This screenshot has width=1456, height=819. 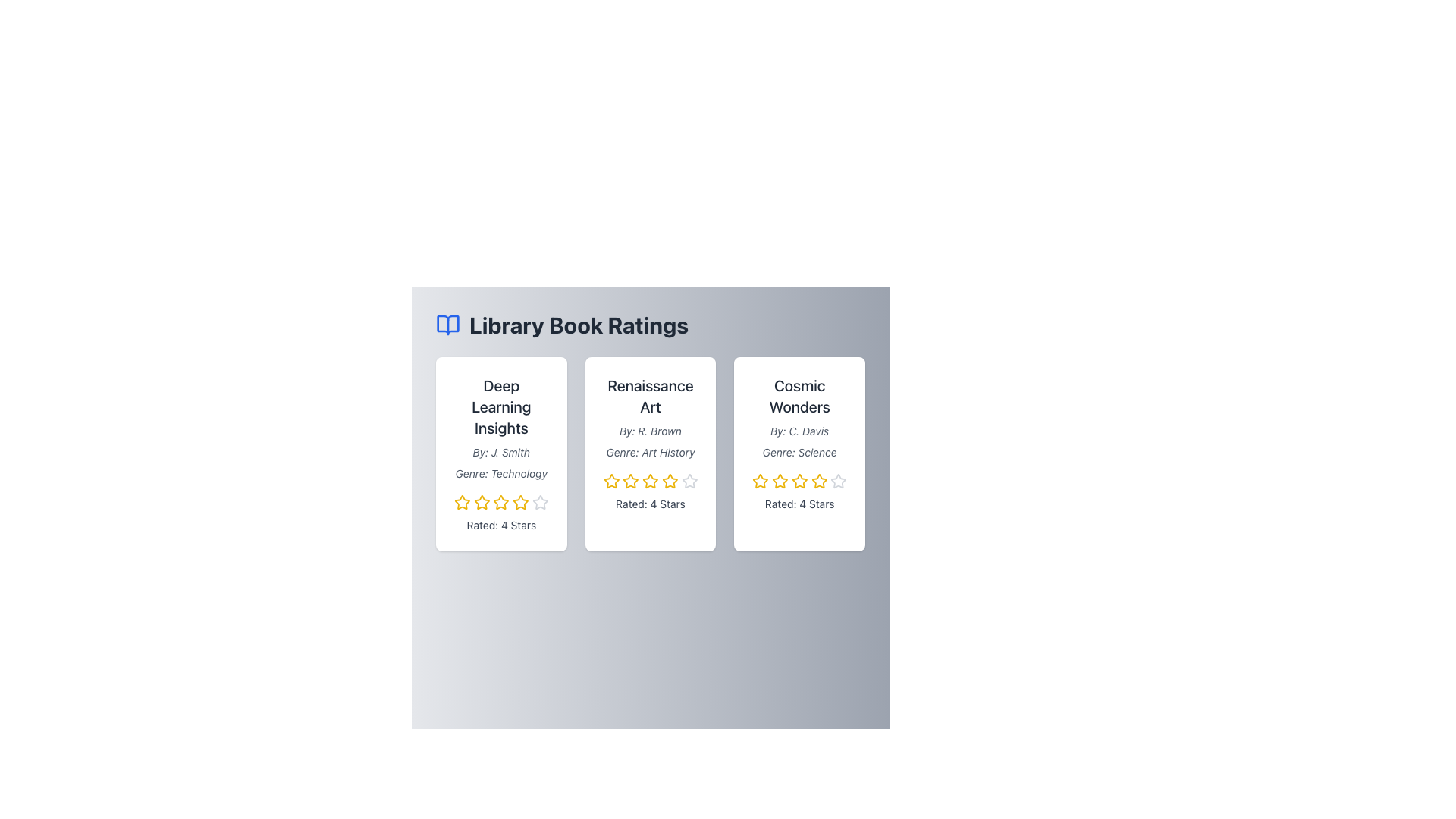 What do you see at coordinates (689, 481) in the screenshot?
I see `the fourth star in the star rating component` at bounding box center [689, 481].